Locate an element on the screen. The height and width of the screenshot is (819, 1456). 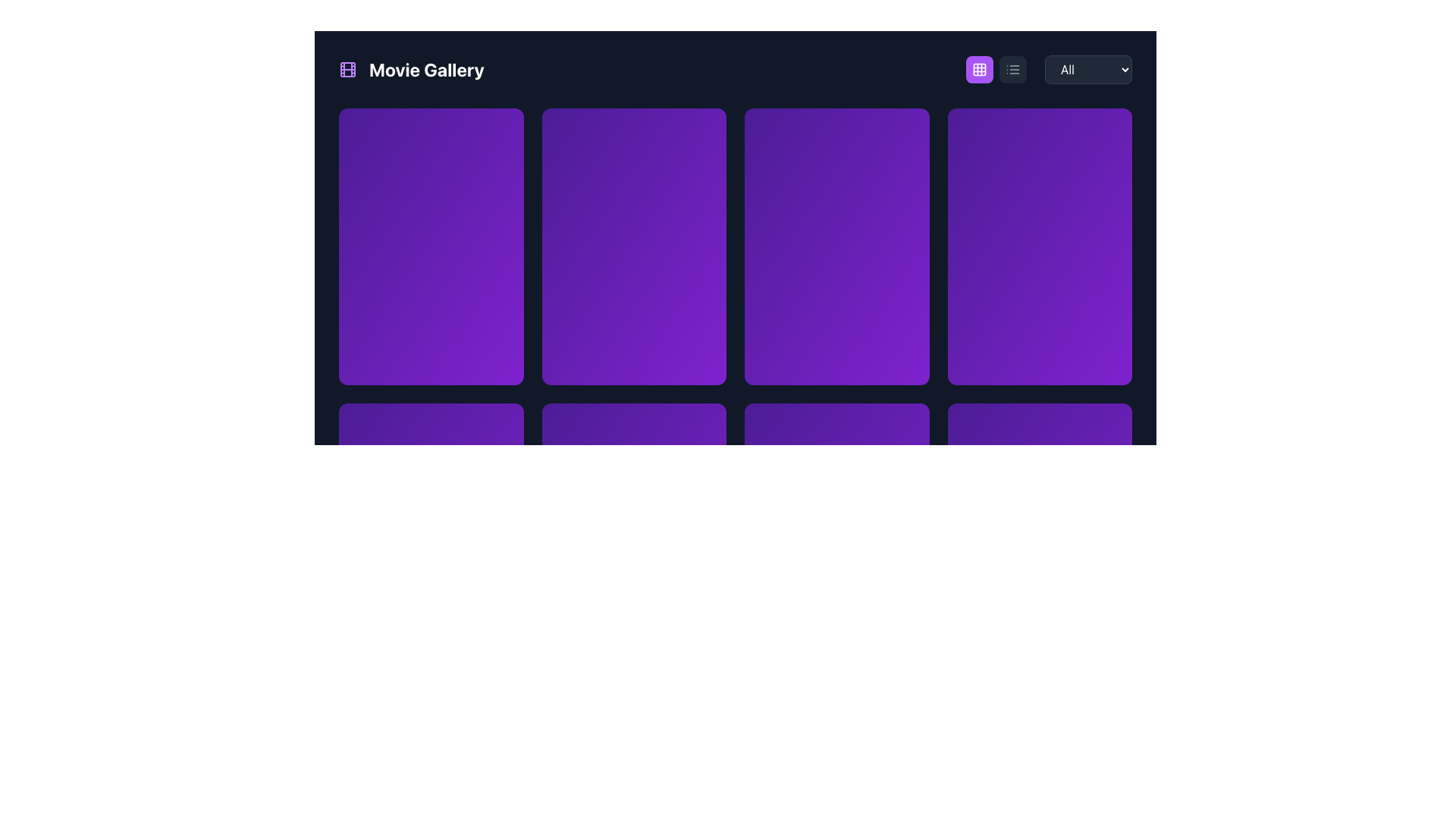
the top-left square of the grid view icon located at the top right of the interface is located at coordinates (979, 70).